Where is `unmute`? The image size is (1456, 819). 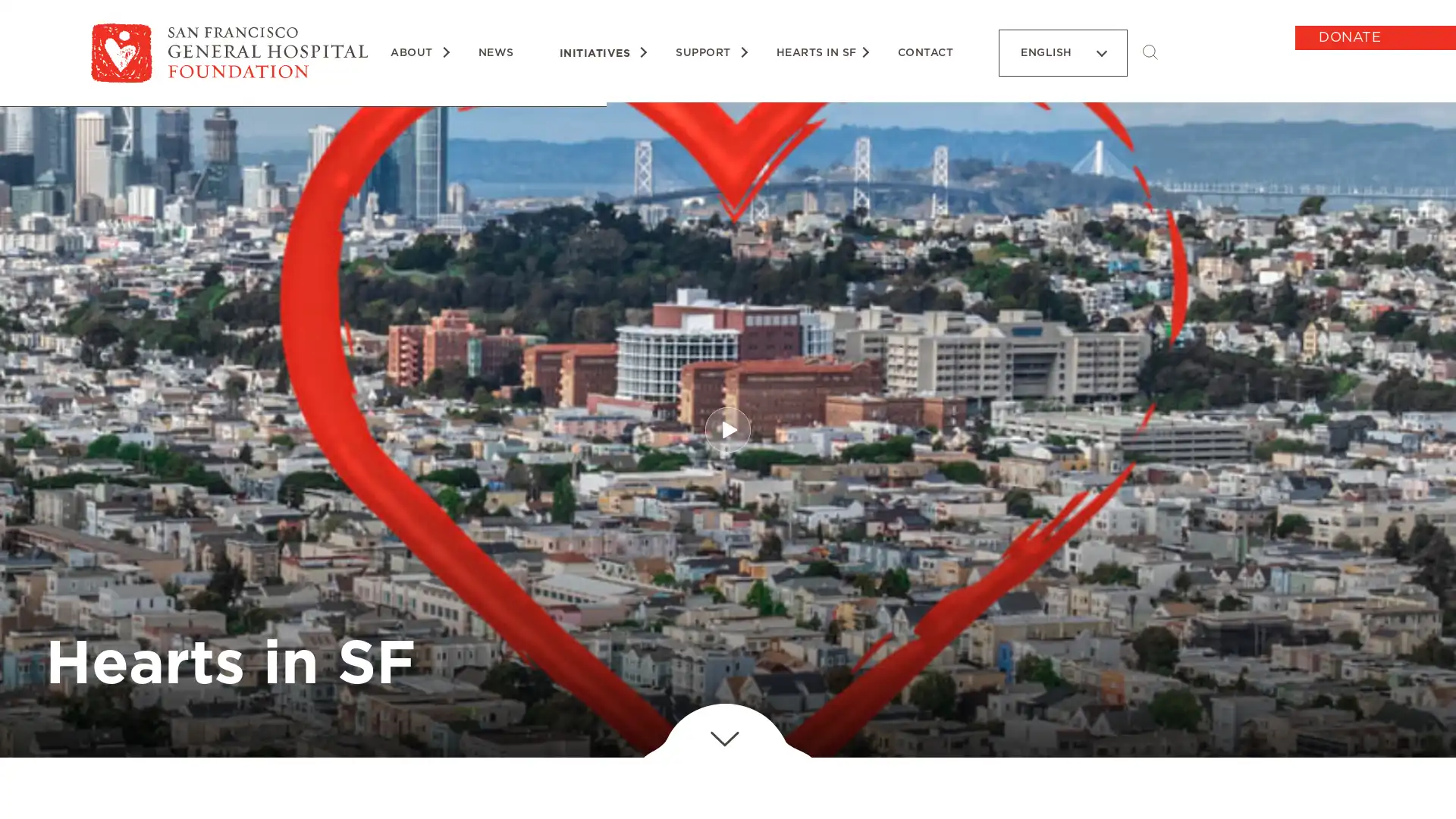 unmute is located at coordinates (1321, 714).